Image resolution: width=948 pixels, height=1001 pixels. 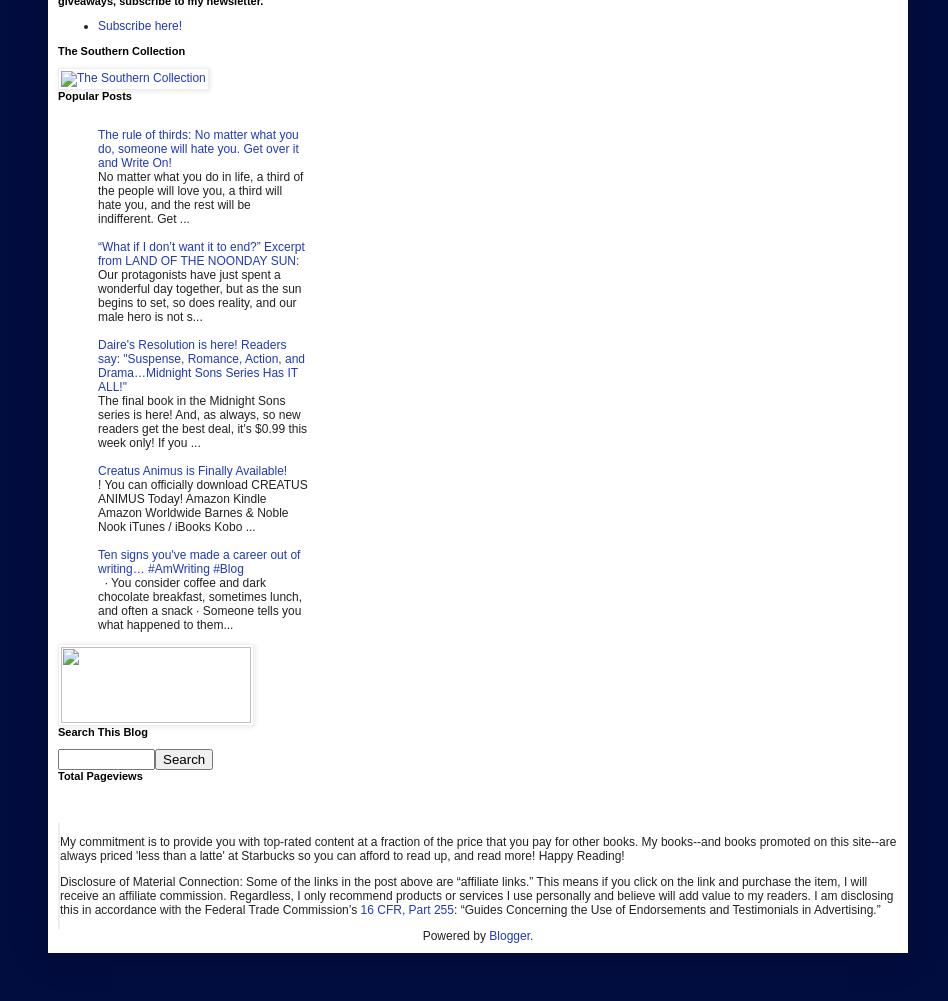 What do you see at coordinates (201, 505) in the screenshot?
I see `'!​   You can officially download CREATUS ANIMUS Today!  Amazon Kindle Amazon Worldwide Barnes & Noble Nook iTunes / iBooks Kobo ...'` at bounding box center [201, 505].